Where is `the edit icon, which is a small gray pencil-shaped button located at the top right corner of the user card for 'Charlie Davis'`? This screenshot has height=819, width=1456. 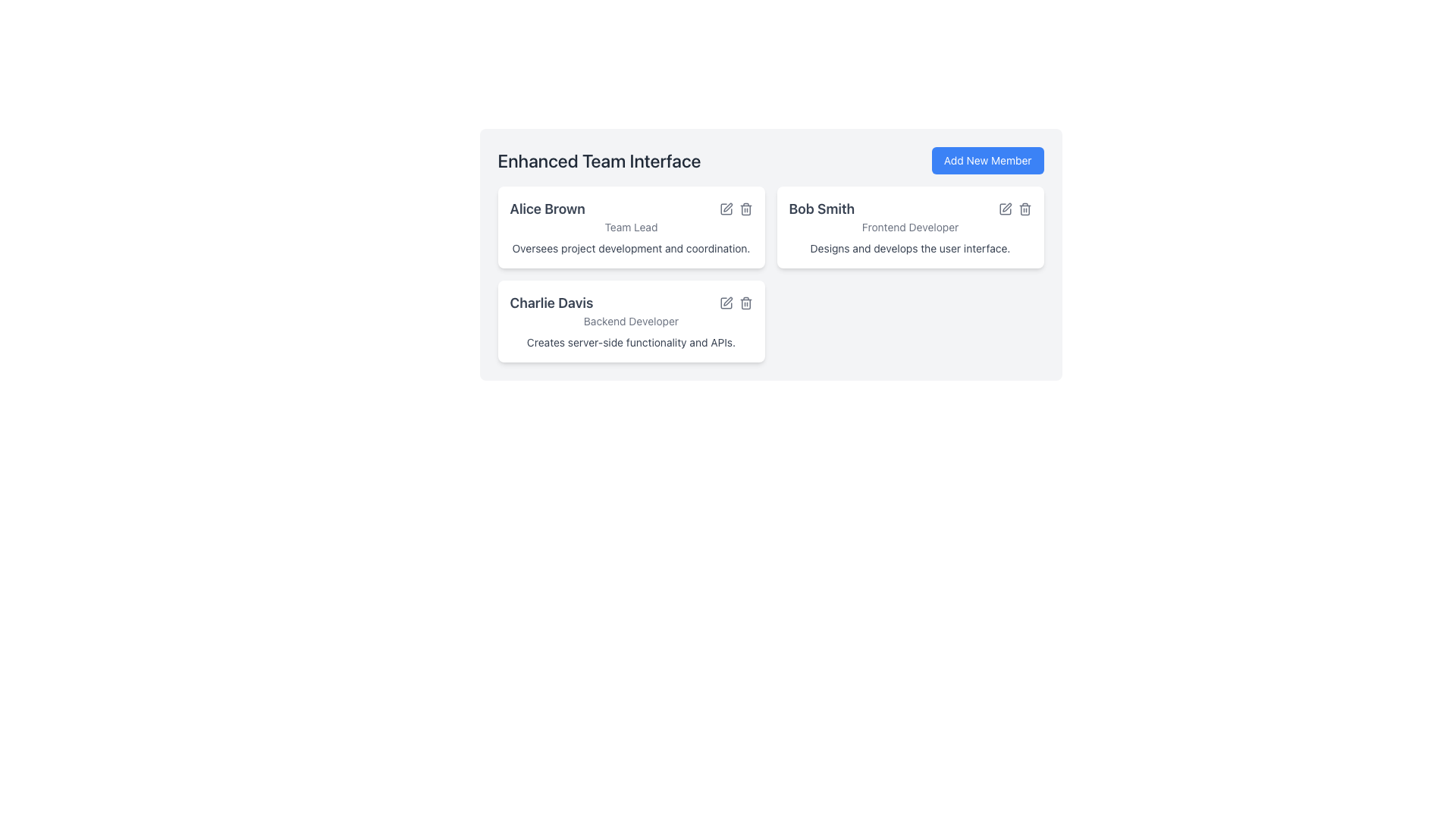 the edit icon, which is a small gray pencil-shaped button located at the top right corner of the user card for 'Charlie Davis' is located at coordinates (725, 303).